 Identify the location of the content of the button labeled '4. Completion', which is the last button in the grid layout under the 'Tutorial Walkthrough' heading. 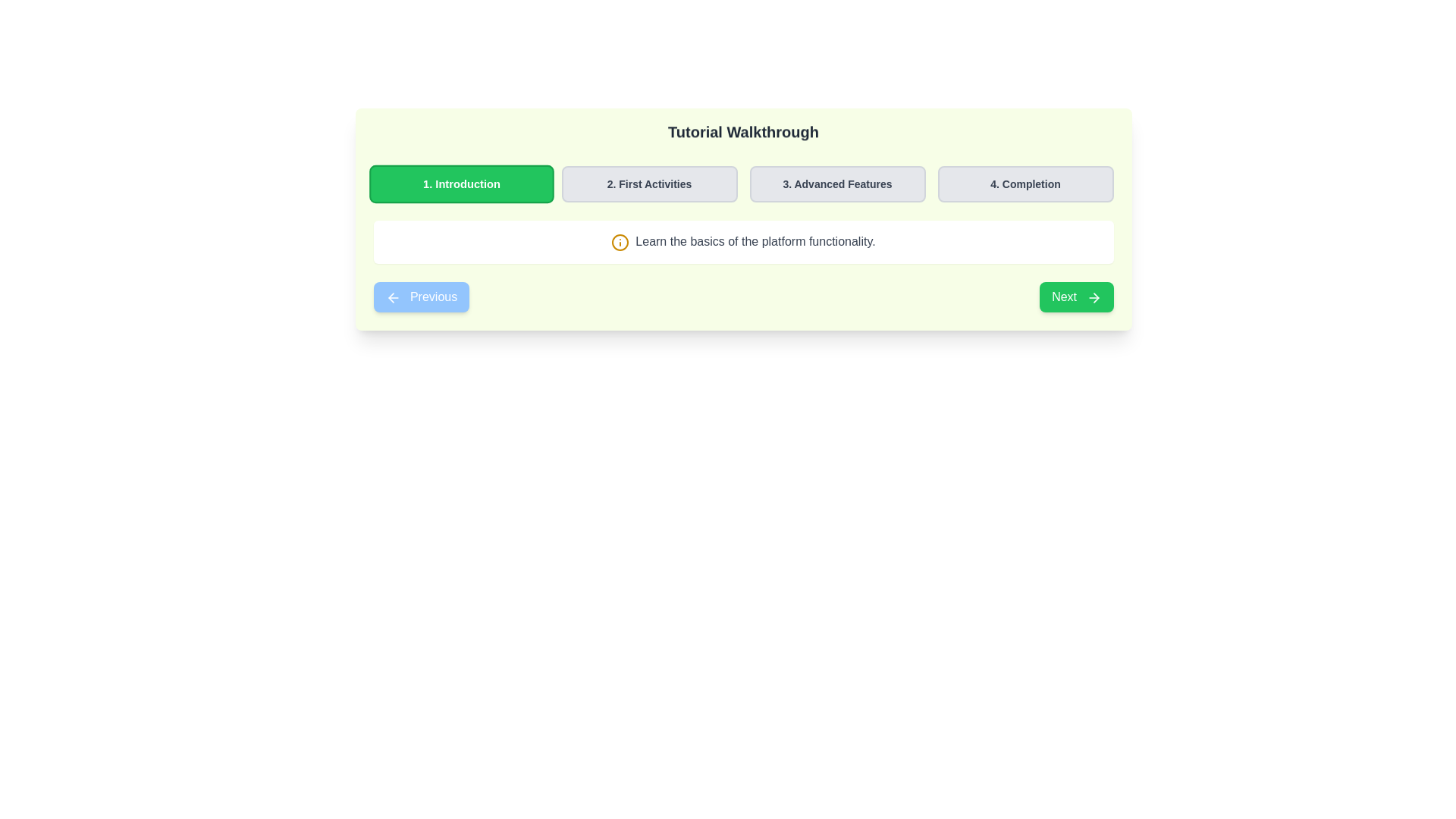
(1025, 184).